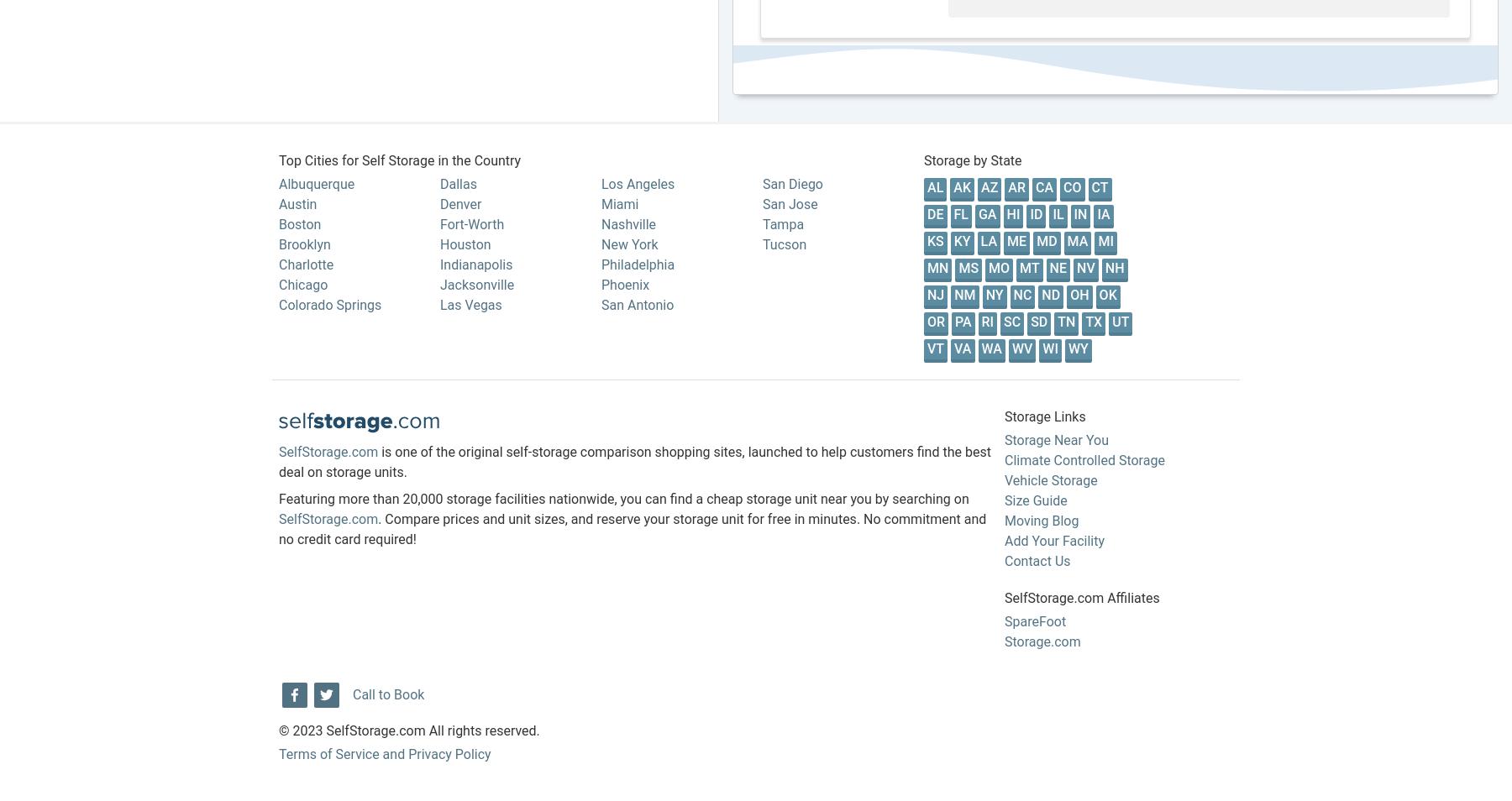 The height and width of the screenshot is (801, 1512). What do you see at coordinates (1021, 294) in the screenshot?
I see `'NC'` at bounding box center [1021, 294].